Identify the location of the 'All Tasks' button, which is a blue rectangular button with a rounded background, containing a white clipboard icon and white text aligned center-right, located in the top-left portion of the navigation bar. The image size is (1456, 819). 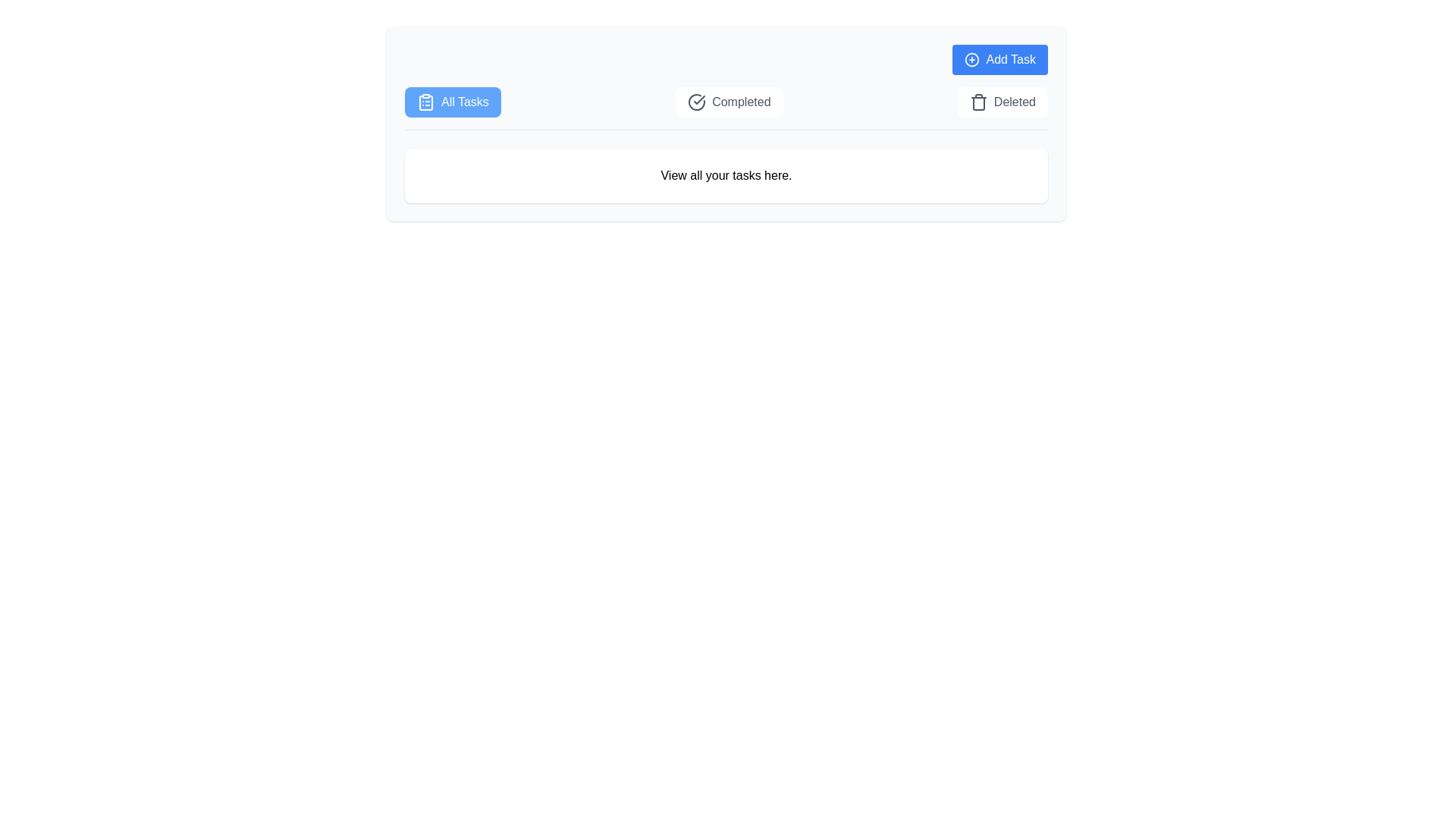
(452, 102).